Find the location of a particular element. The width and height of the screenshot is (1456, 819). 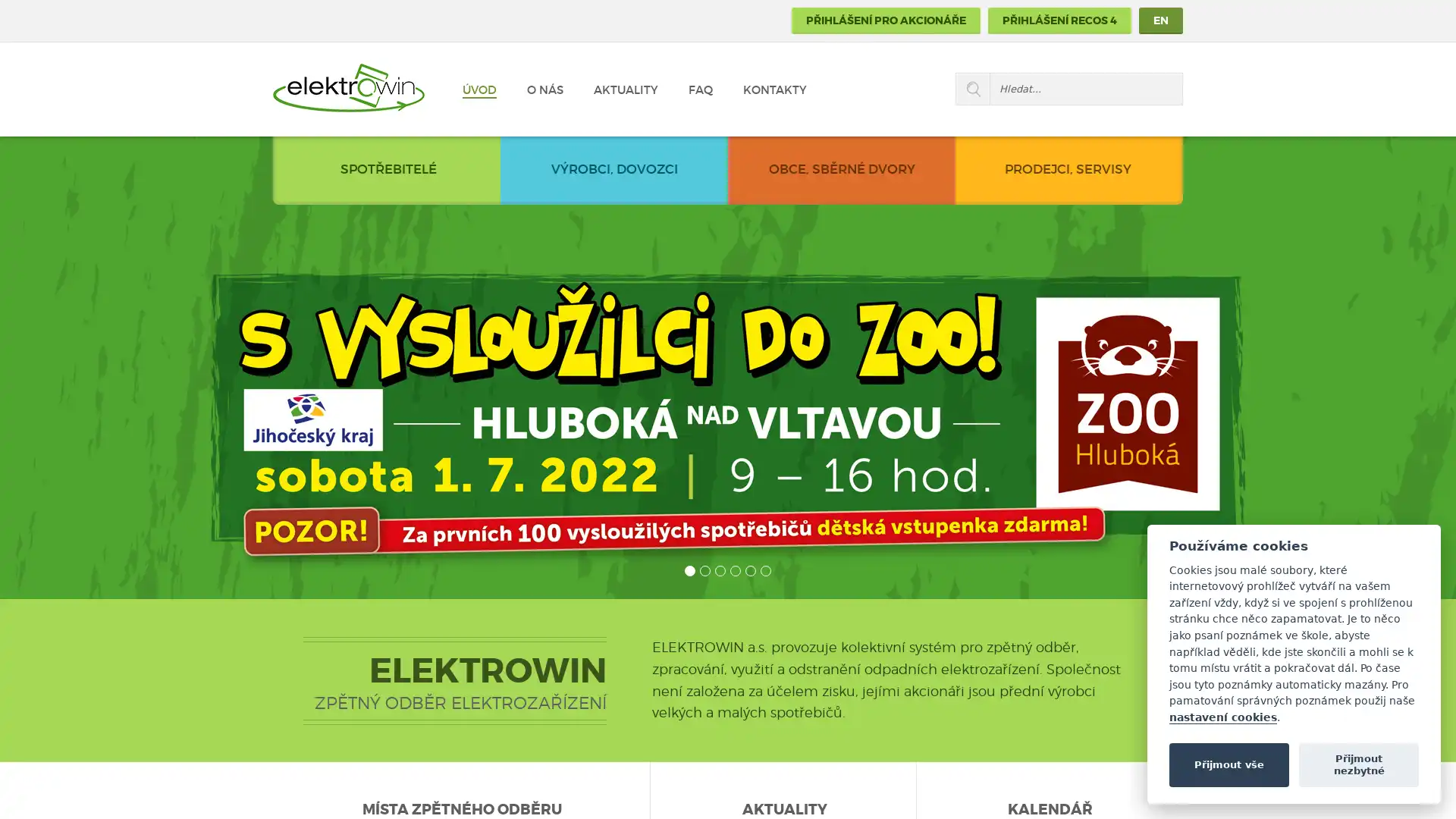

Prijmout nezbytne is located at coordinates (1358, 764).